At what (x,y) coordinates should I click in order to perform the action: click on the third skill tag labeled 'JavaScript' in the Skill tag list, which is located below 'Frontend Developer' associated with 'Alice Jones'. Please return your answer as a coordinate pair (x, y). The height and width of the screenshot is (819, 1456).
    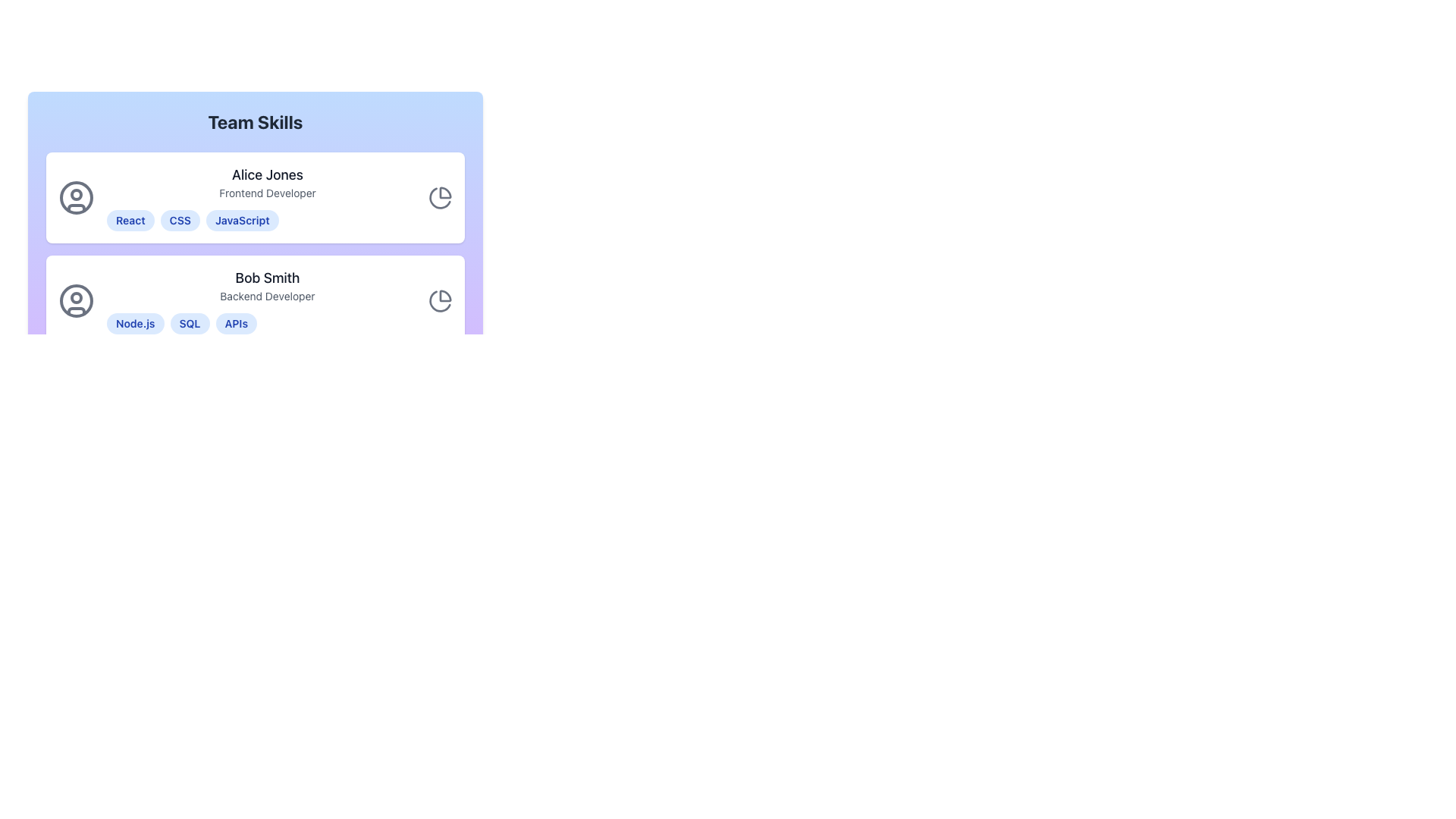
    Looking at the image, I should click on (268, 220).